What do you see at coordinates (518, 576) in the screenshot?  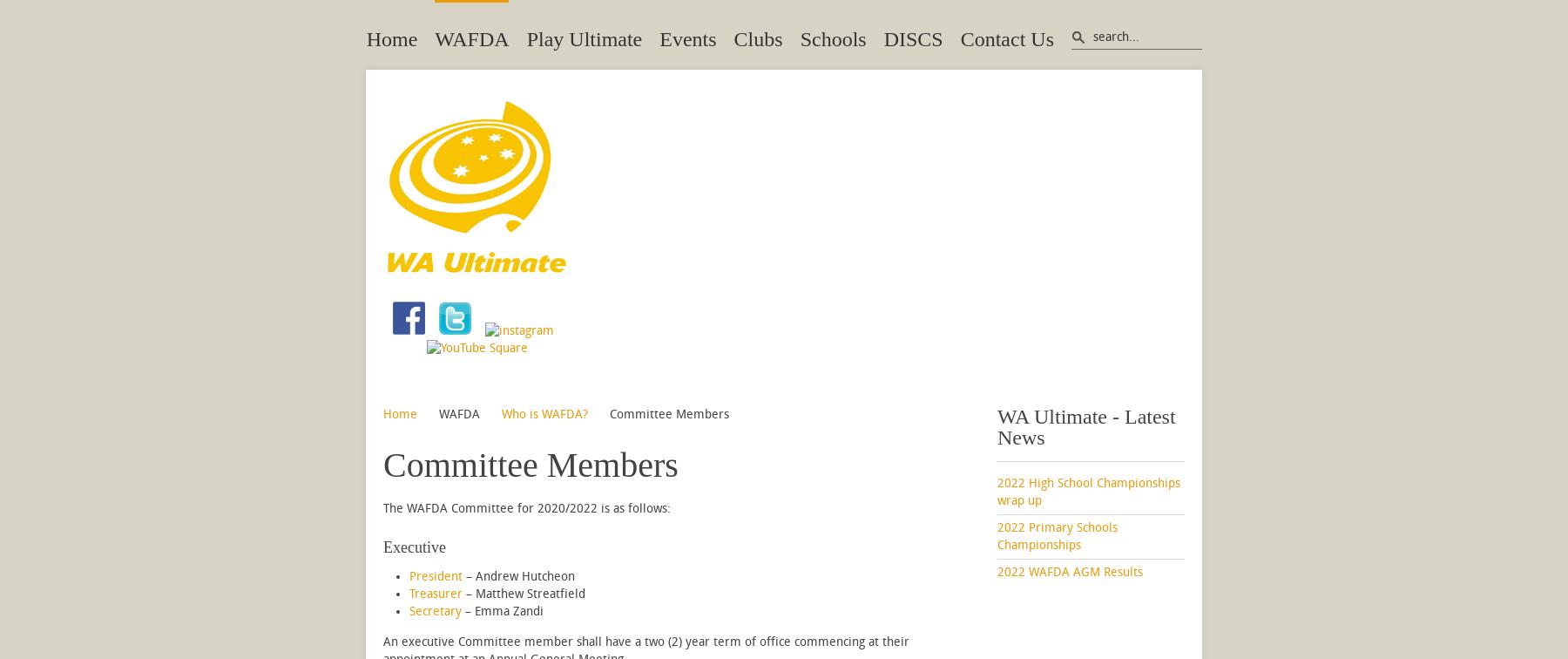 I see `'– Andrew Hutcheon'` at bounding box center [518, 576].